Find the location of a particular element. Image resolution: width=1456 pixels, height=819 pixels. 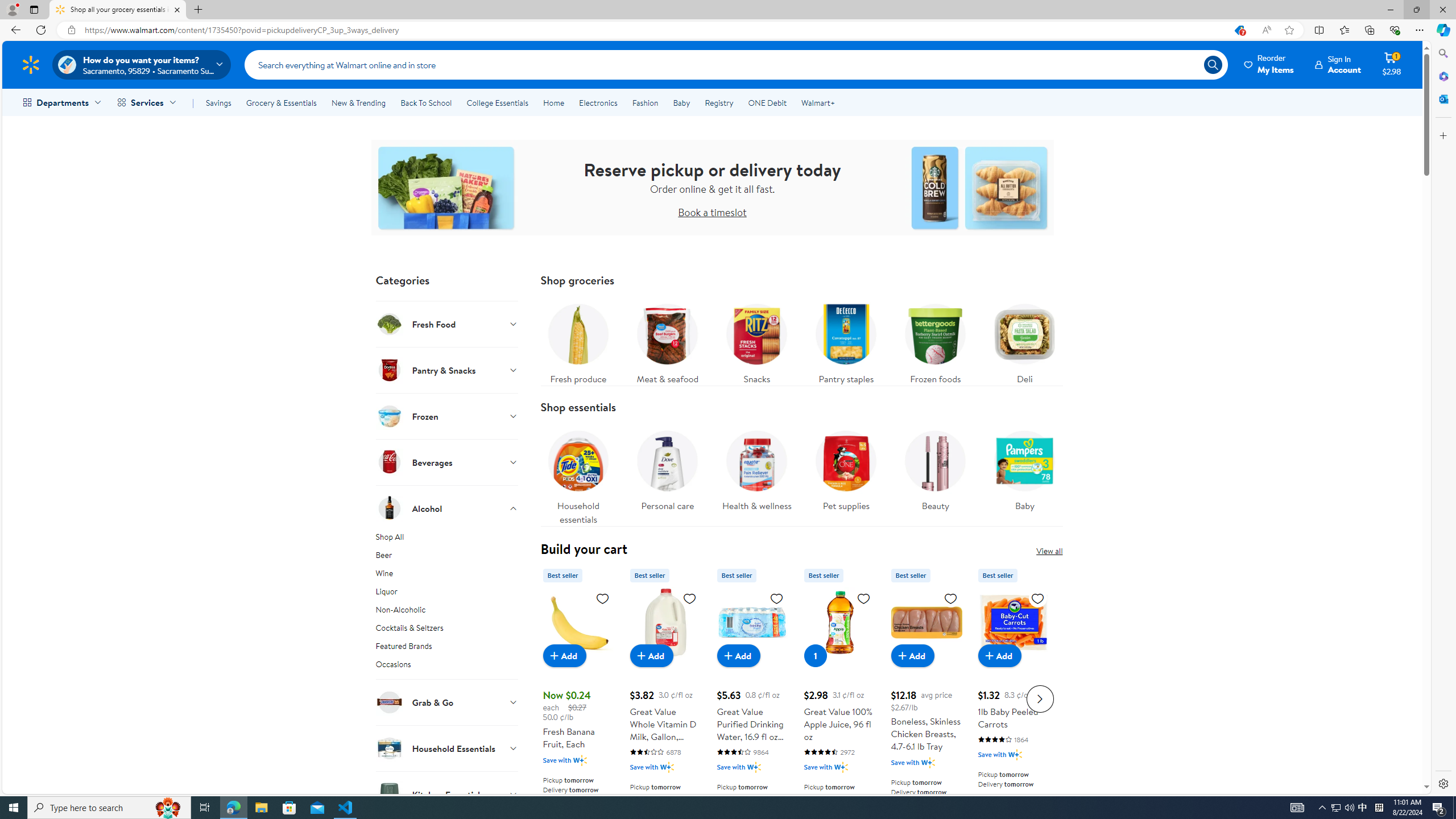

'Back To School' is located at coordinates (425, 102).